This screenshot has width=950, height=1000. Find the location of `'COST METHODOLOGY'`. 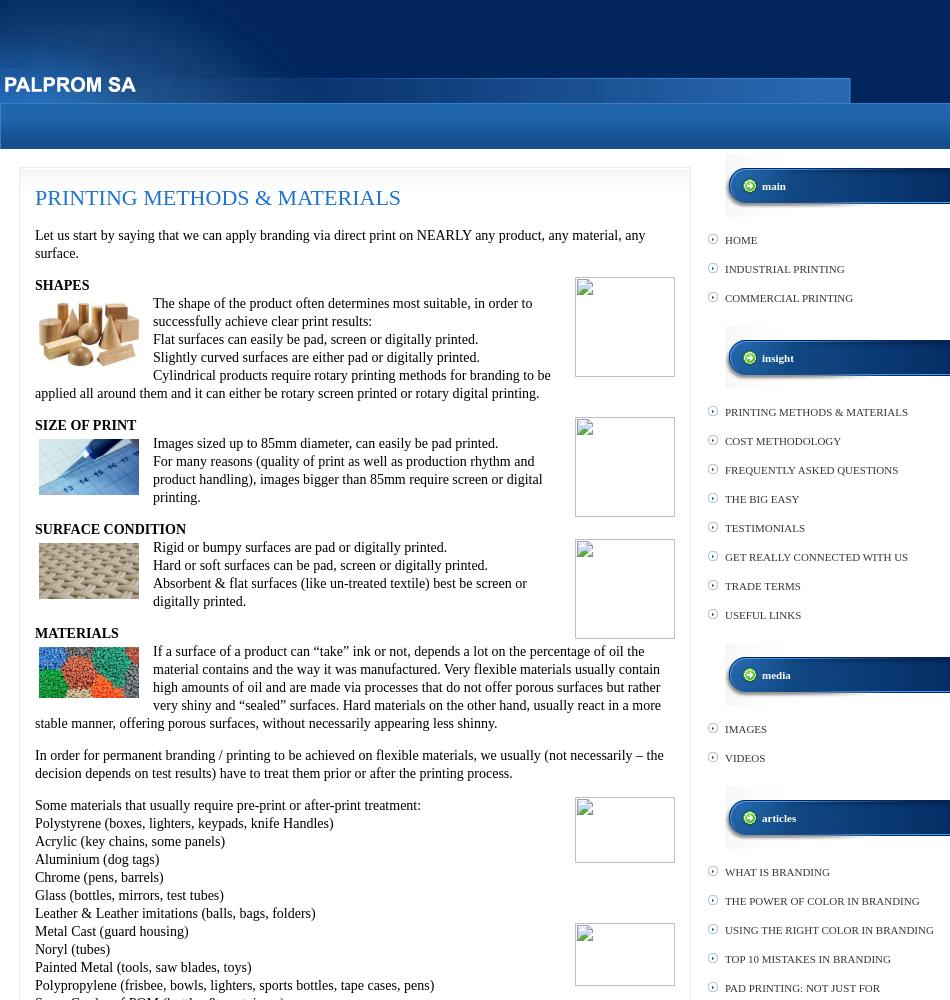

'COST METHODOLOGY' is located at coordinates (724, 440).